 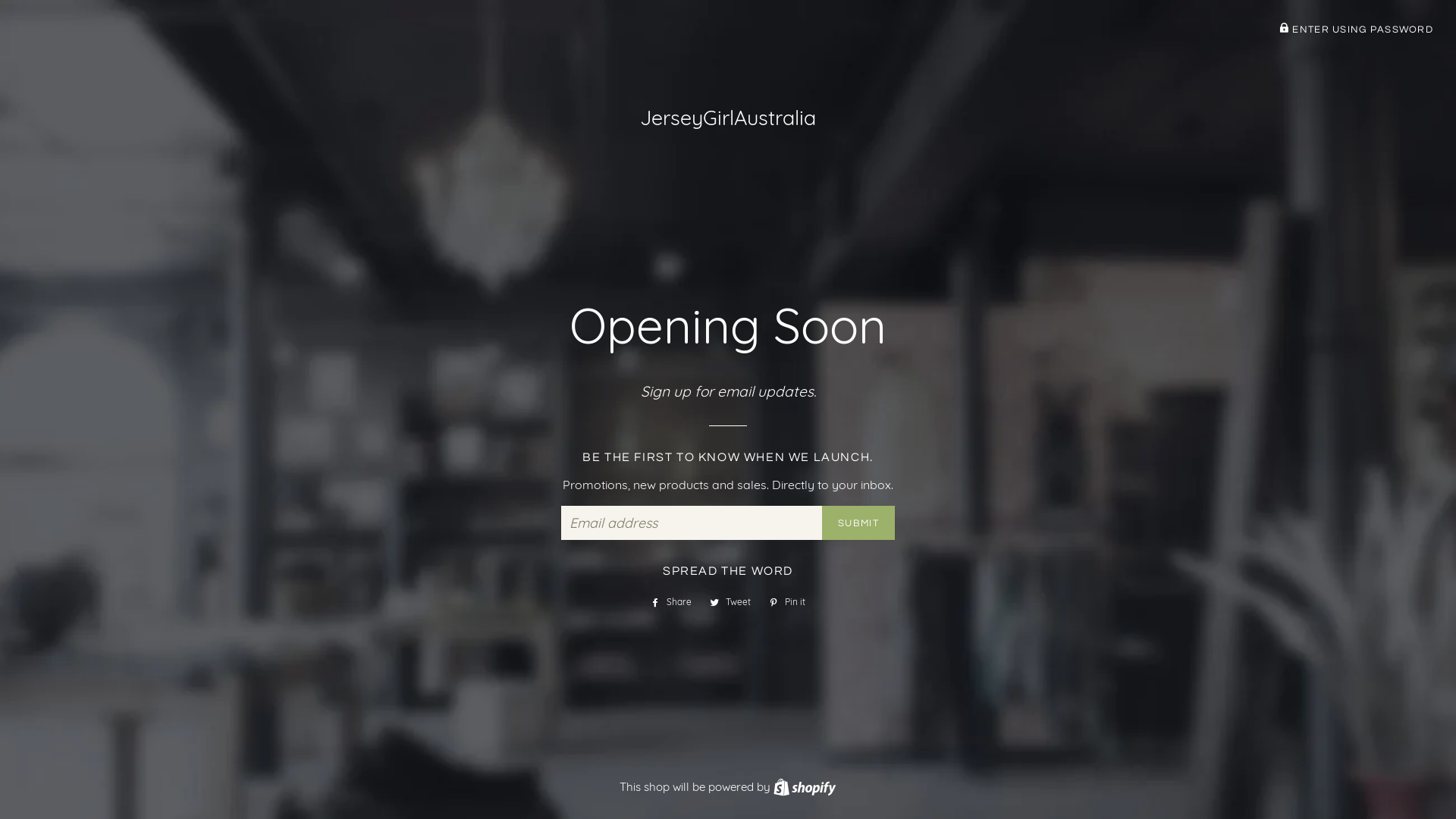 I want to click on 'Share, so click(x=670, y=601).